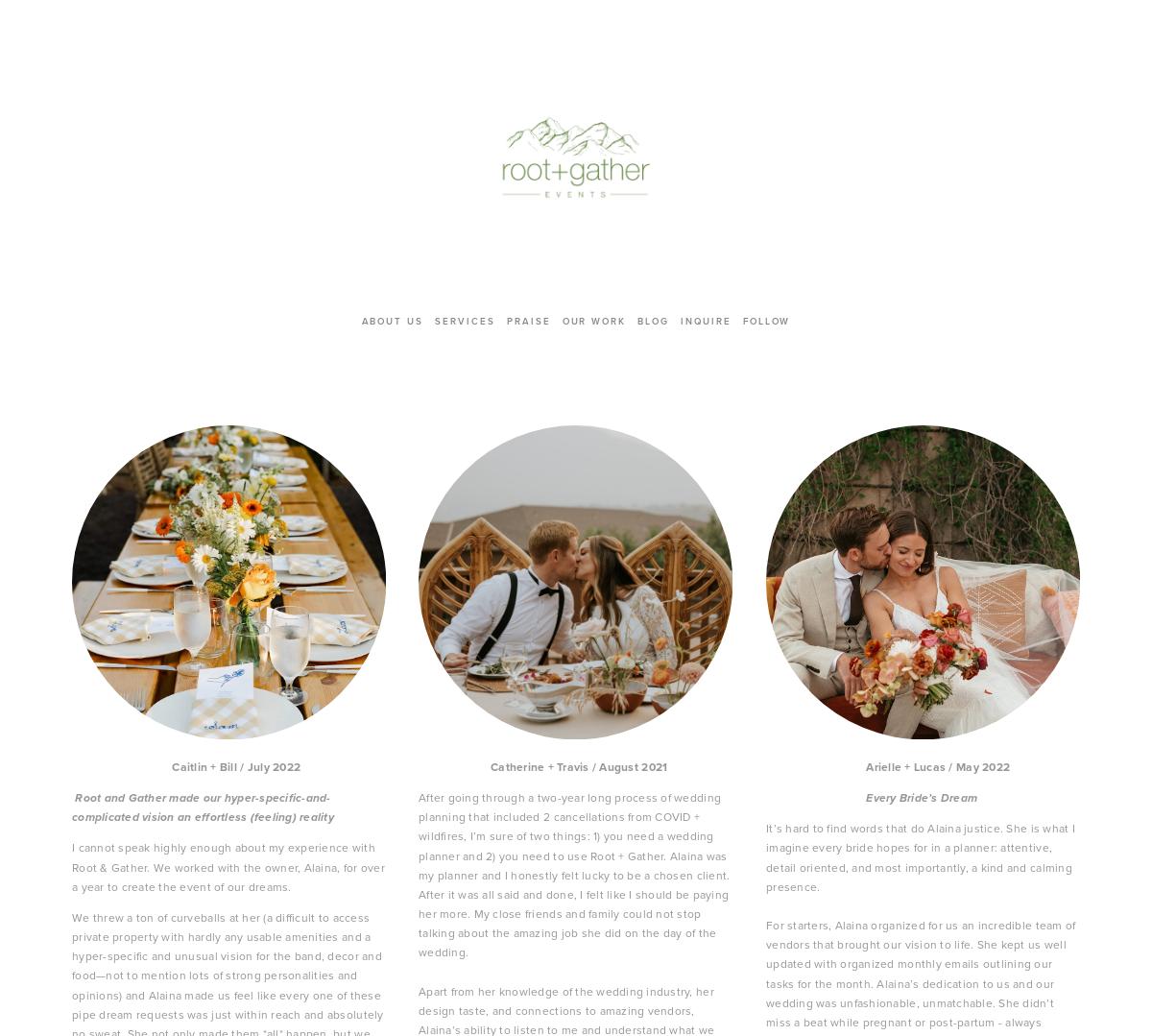 Image resolution: width=1152 pixels, height=1036 pixels. What do you see at coordinates (921, 795) in the screenshot?
I see `'Every Bride’s Dream'` at bounding box center [921, 795].